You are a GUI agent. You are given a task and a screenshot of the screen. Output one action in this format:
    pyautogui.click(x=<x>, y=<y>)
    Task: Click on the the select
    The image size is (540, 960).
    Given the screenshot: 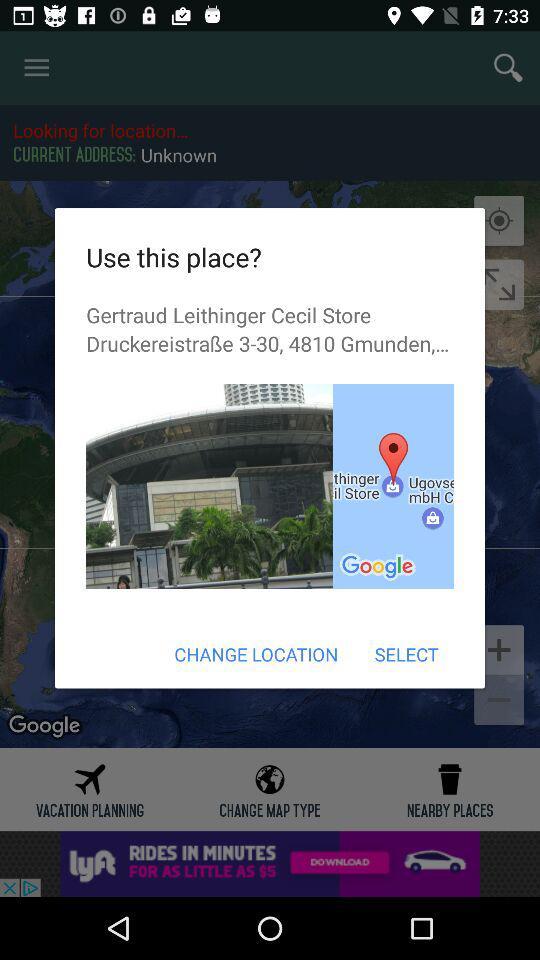 What is the action you would take?
    pyautogui.click(x=405, y=653)
    